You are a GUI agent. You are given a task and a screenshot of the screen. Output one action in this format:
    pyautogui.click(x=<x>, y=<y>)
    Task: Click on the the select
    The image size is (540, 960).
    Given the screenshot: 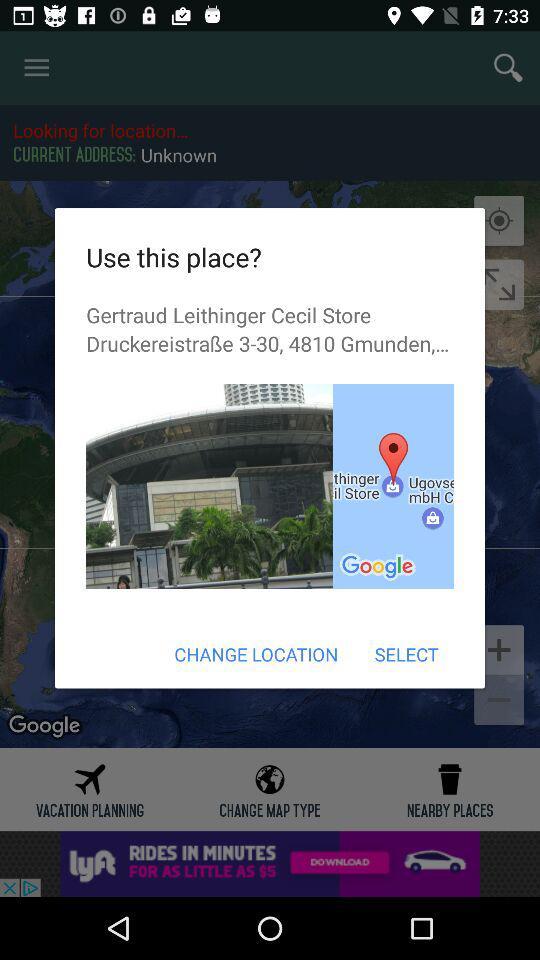 What is the action you would take?
    pyautogui.click(x=405, y=653)
    